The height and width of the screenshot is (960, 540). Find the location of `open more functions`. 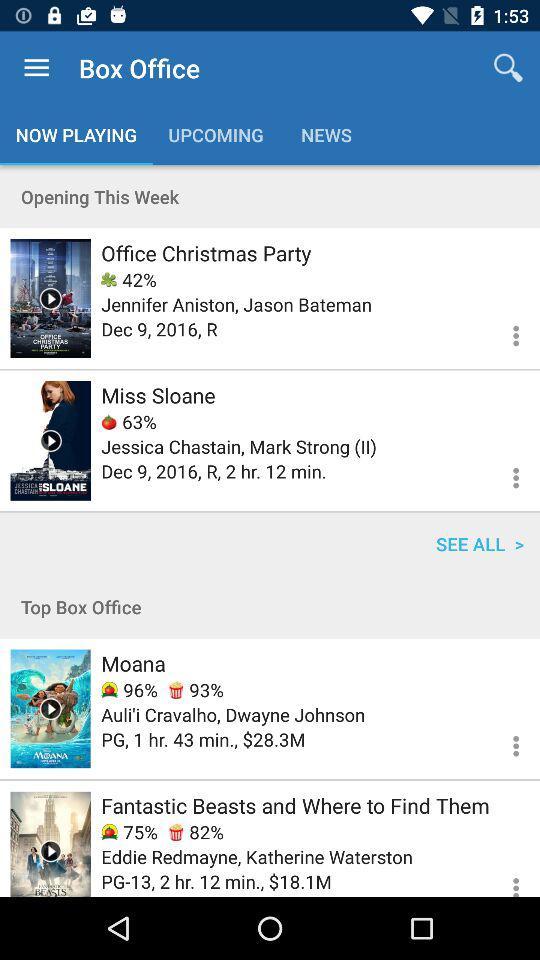

open more functions is located at coordinates (503, 742).